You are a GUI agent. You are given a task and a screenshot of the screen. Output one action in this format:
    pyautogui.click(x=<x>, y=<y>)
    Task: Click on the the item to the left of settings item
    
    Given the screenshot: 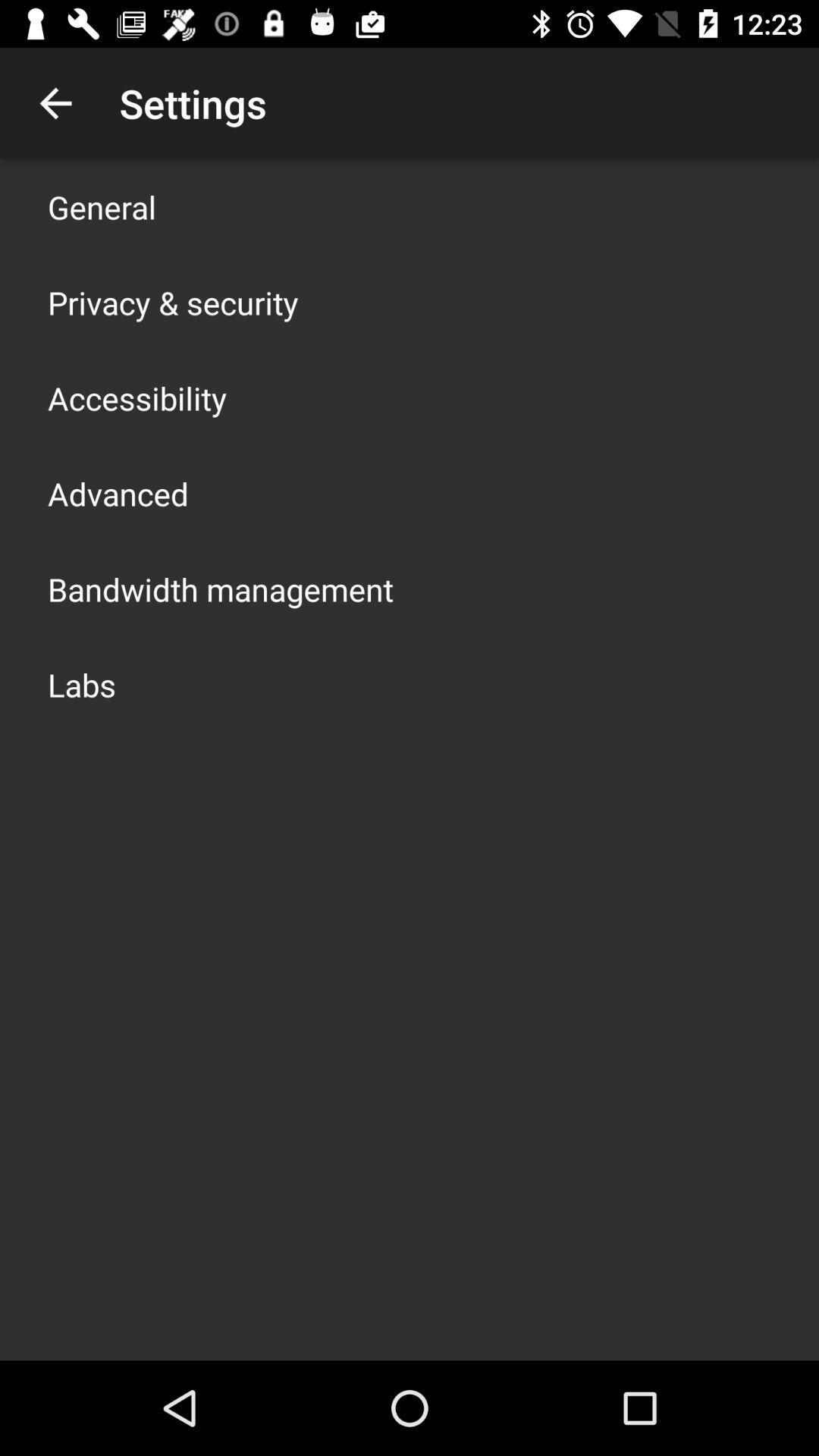 What is the action you would take?
    pyautogui.click(x=55, y=102)
    